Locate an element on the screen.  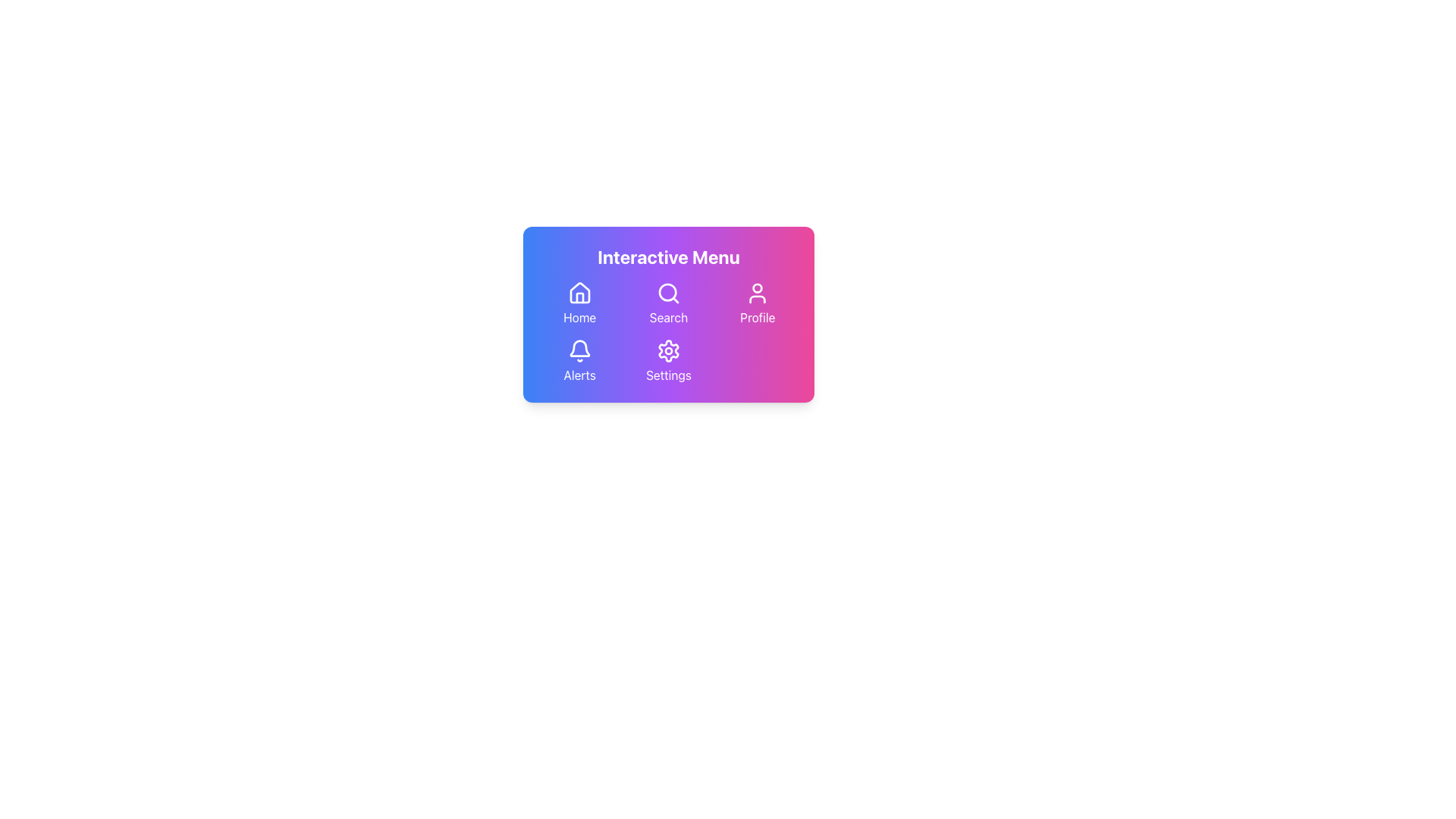
the Interactive menu item labeled 'Alerts' located in the bottom-left portion of the grid is located at coordinates (579, 362).